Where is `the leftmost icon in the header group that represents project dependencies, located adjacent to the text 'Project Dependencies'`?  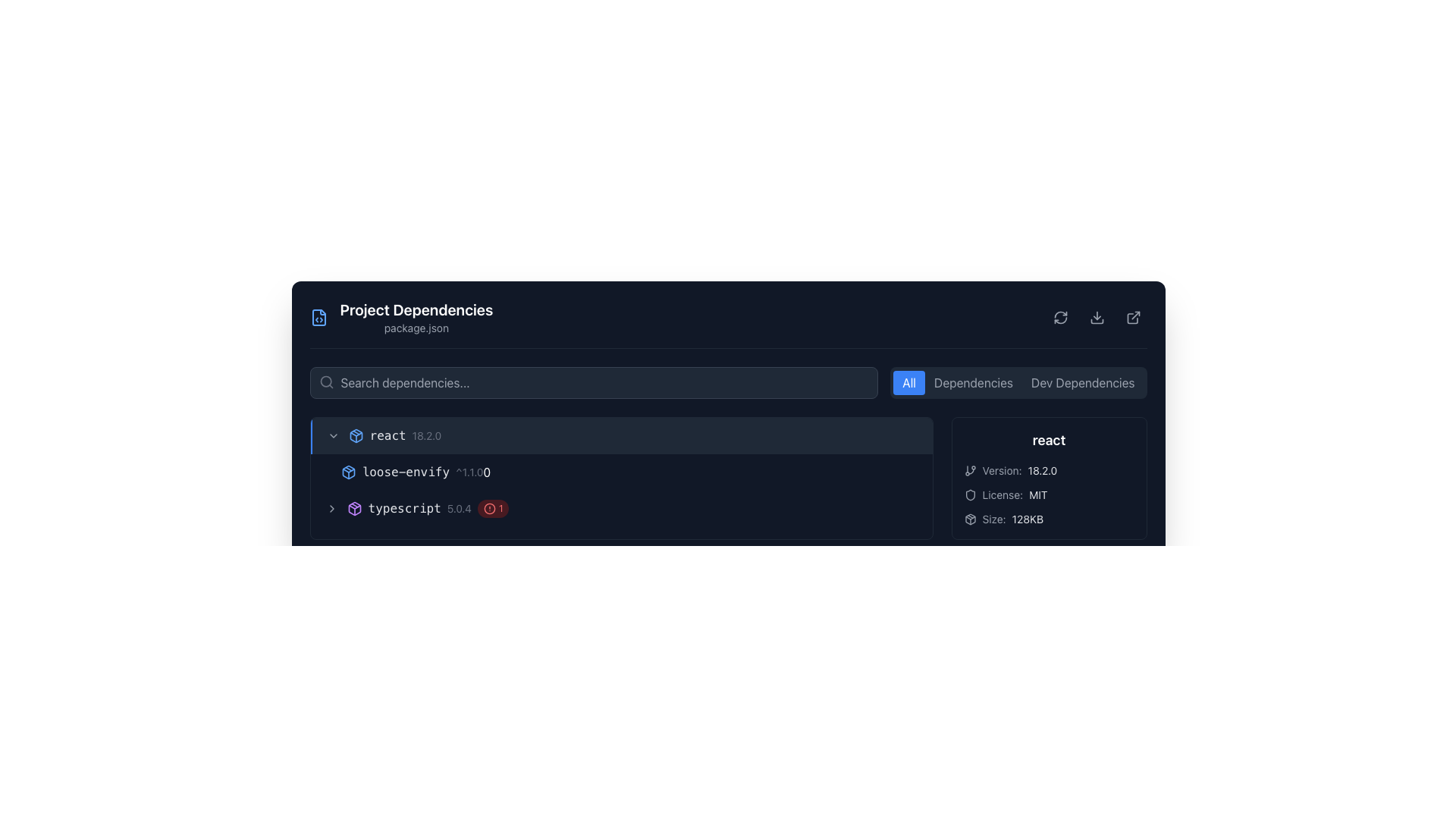 the leftmost icon in the header group that represents project dependencies, located adjacent to the text 'Project Dependencies' is located at coordinates (318, 317).